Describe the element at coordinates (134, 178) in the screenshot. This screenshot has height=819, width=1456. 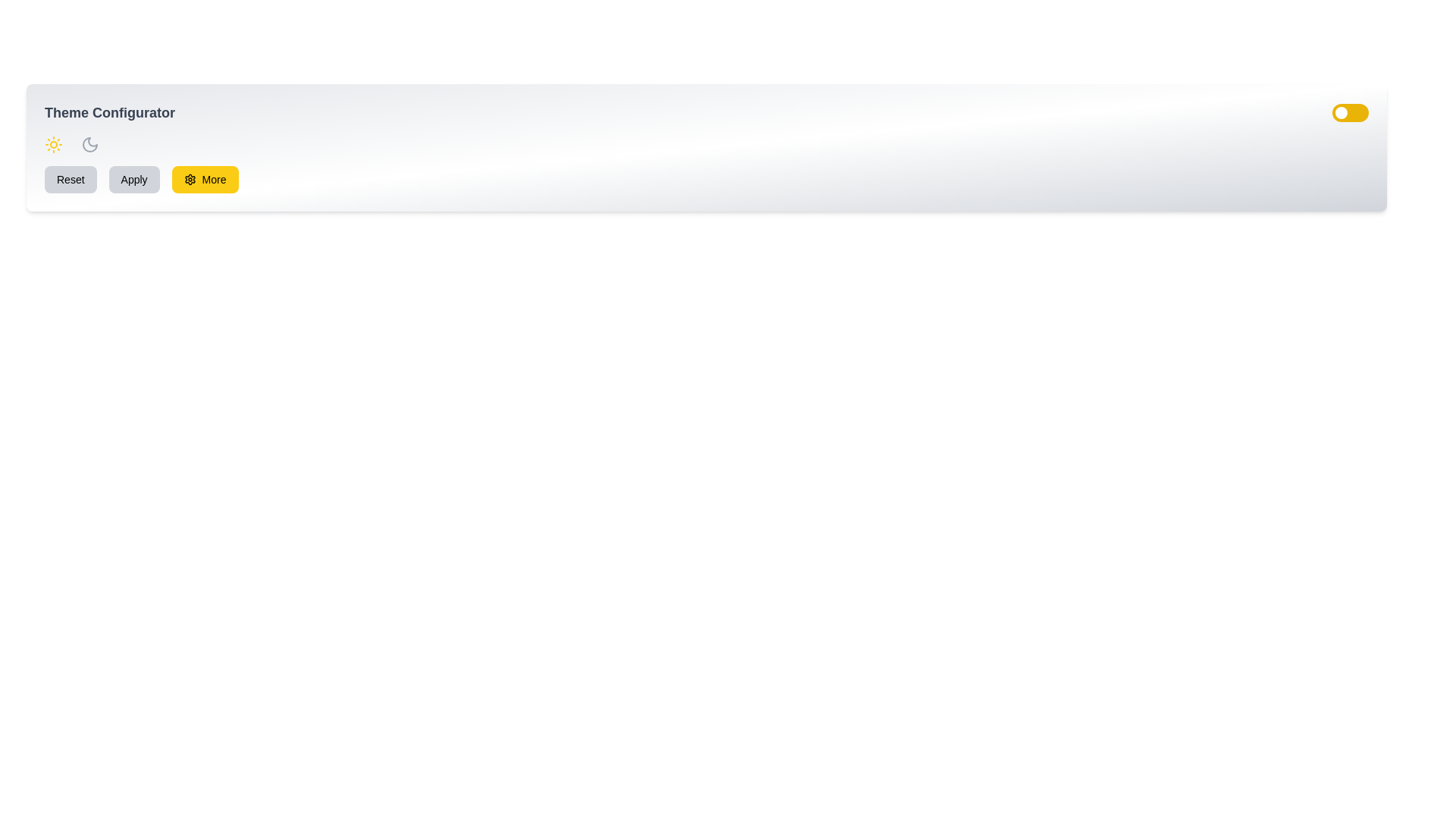
I see `the 'Apply' button located under the 'Theme Configurator' section, which is the second button in a horizontal group of three, to apply changes` at that location.